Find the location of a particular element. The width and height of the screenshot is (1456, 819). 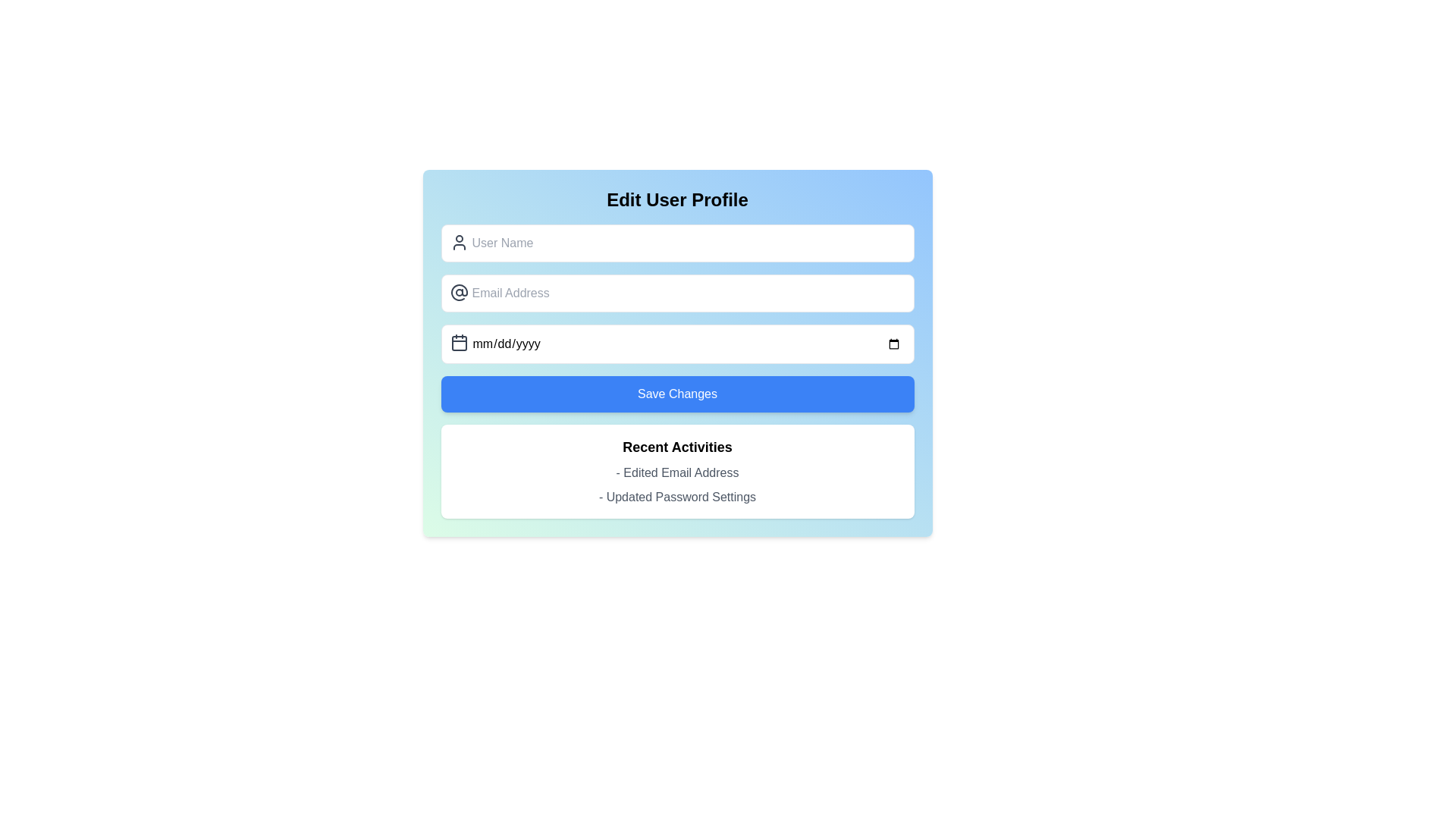

the informational text label indicating that the password settings have been updated, which is located in the 'Recent Activities' section below the '- Edited Email Address' item is located at coordinates (676, 497).